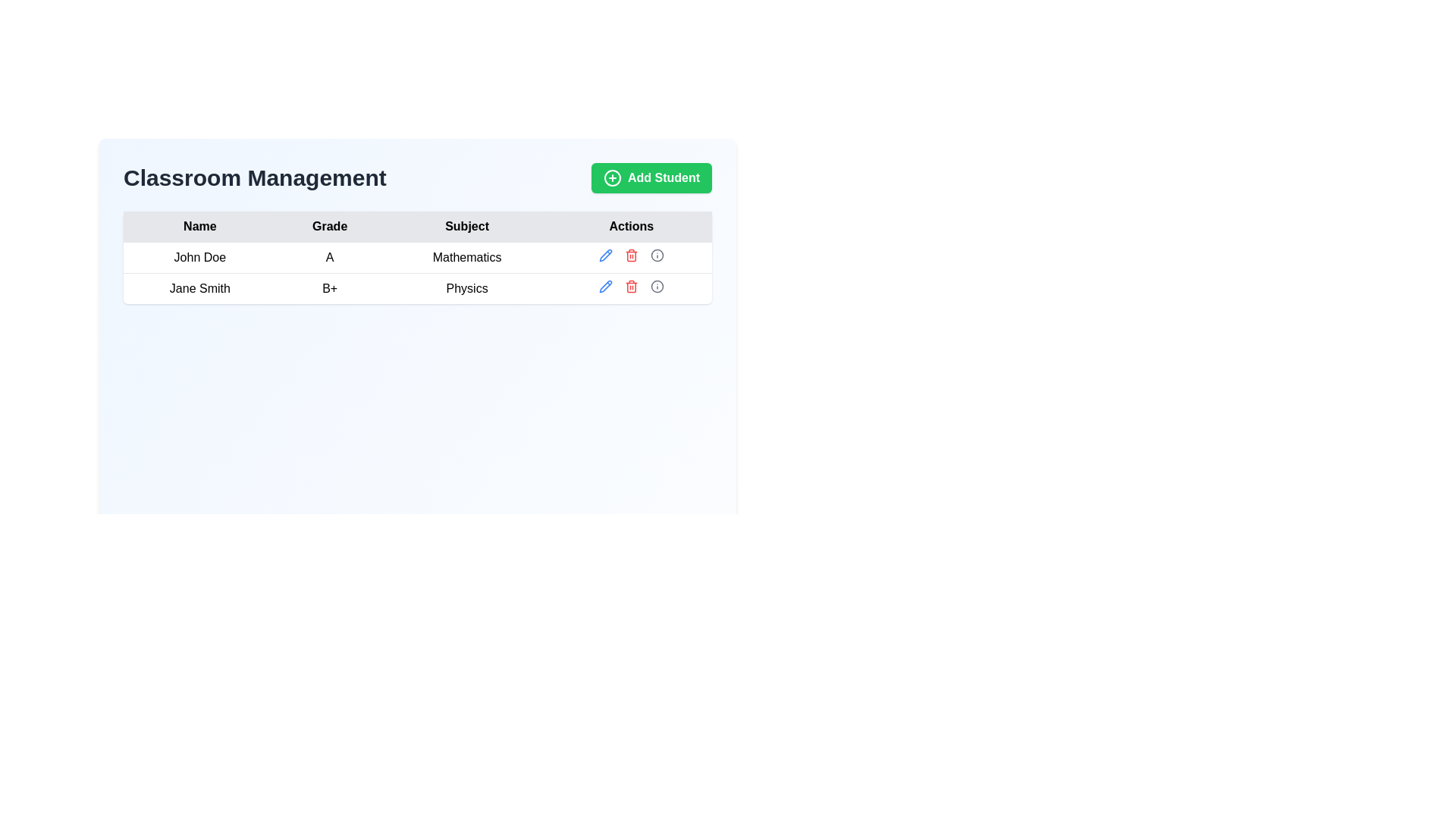  What do you see at coordinates (329, 227) in the screenshot?
I see `the 'Grade' column header in the table interface, which is a light gray rectangular area with bold black text centered in it` at bounding box center [329, 227].